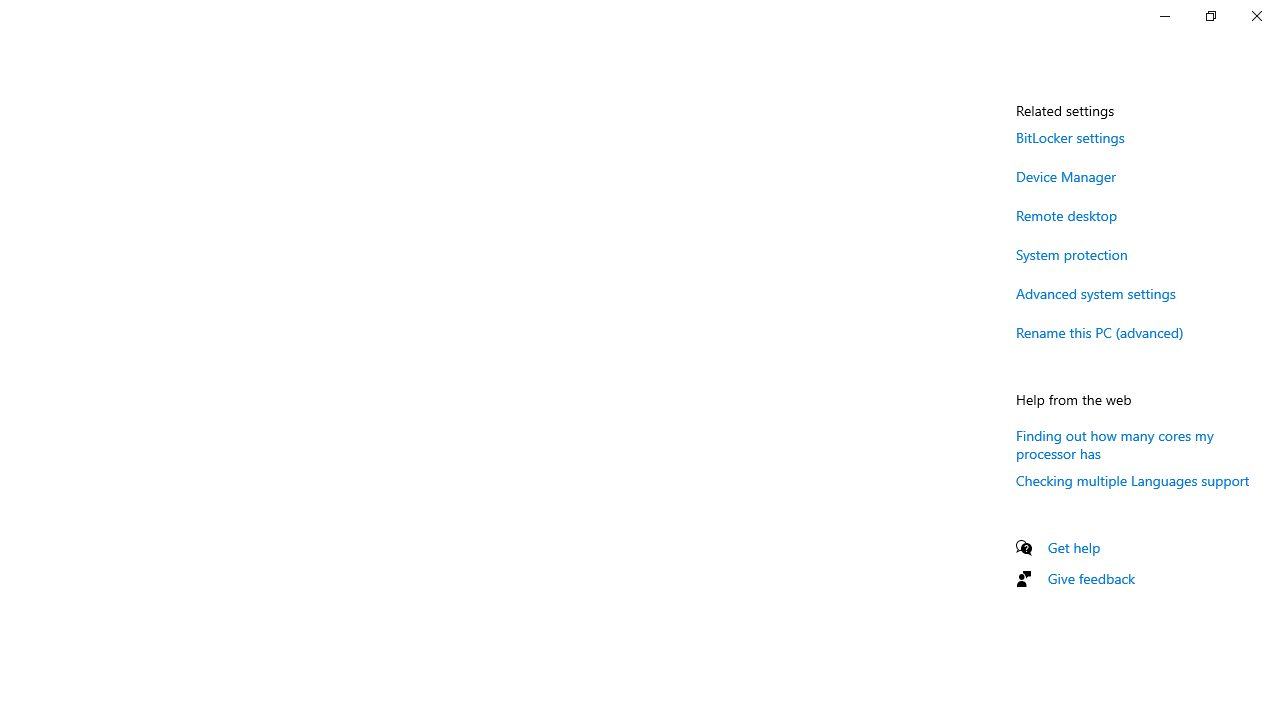 The width and height of the screenshot is (1280, 720). Describe the element at coordinates (1133, 480) in the screenshot. I see `'Checking multiple Languages support'` at that location.